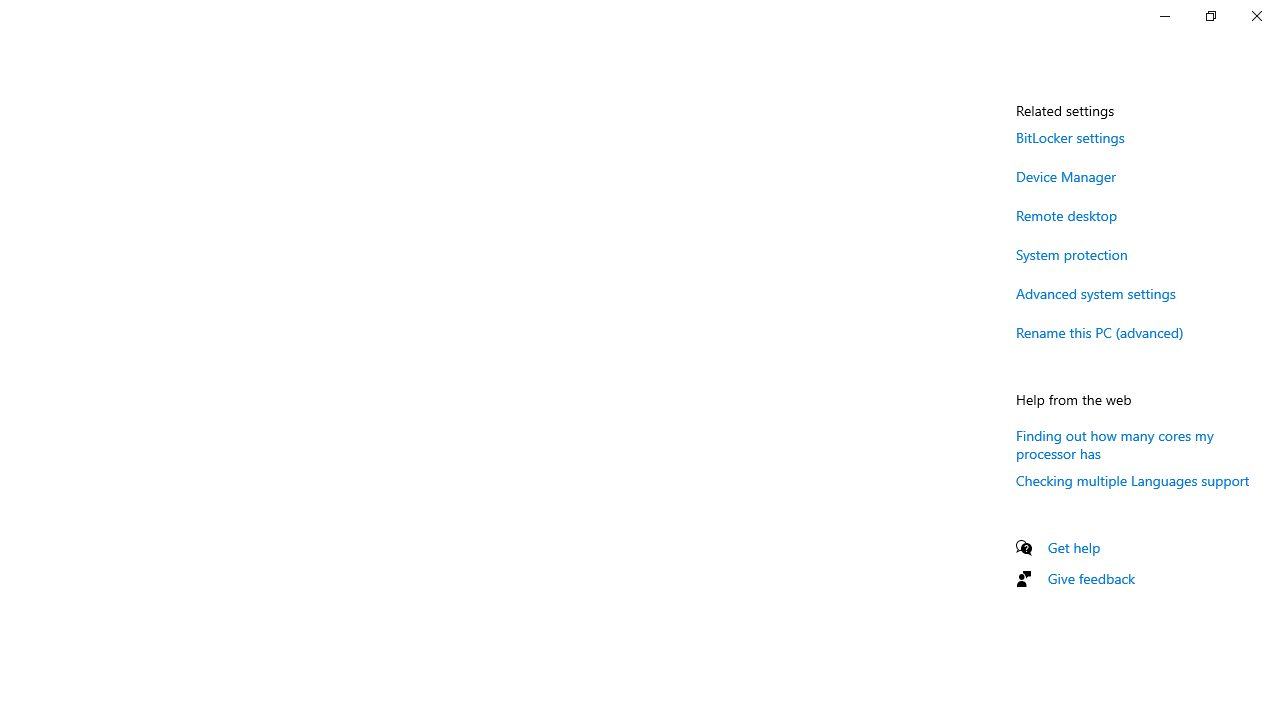 The width and height of the screenshot is (1280, 720). Describe the element at coordinates (1133, 480) in the screenshot. I see `'Checking multiple Languages support'` at that location.